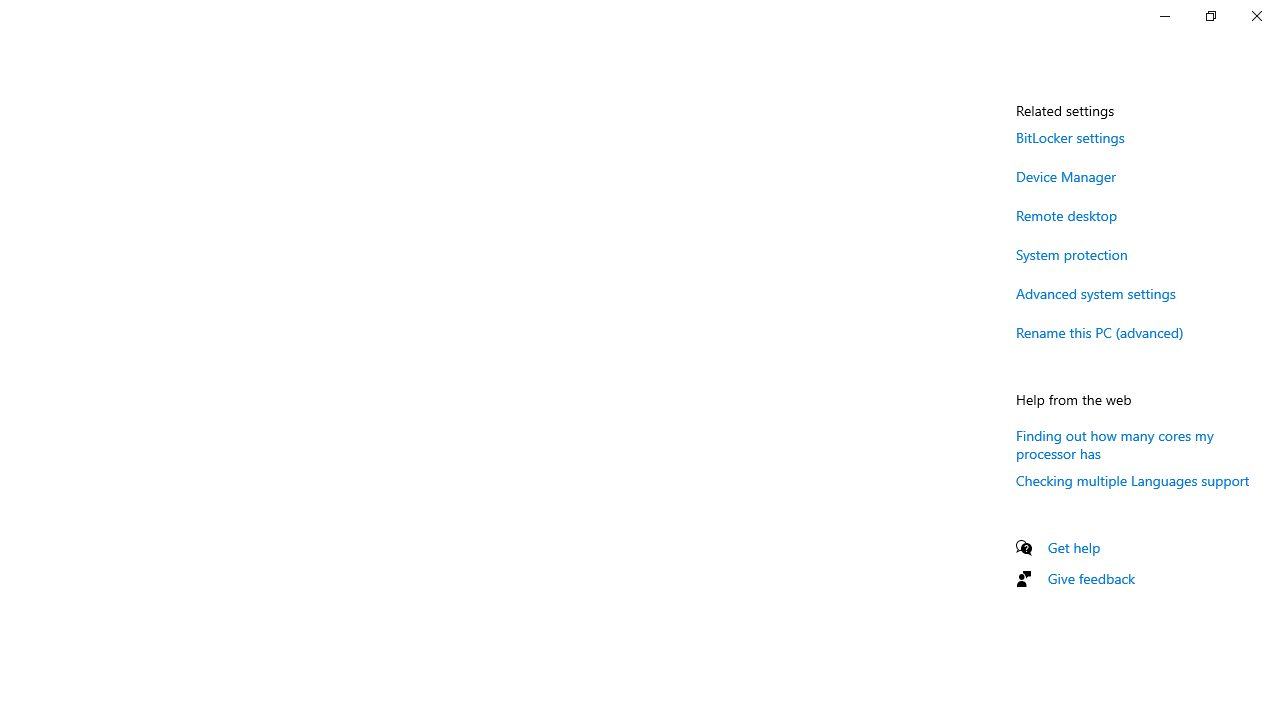 The width and height of the screenshot is (1280, 720). Describe the element at coordinates (1133, 480) in the screenshot. I see `'Checking multiple Languages support'` at that location.